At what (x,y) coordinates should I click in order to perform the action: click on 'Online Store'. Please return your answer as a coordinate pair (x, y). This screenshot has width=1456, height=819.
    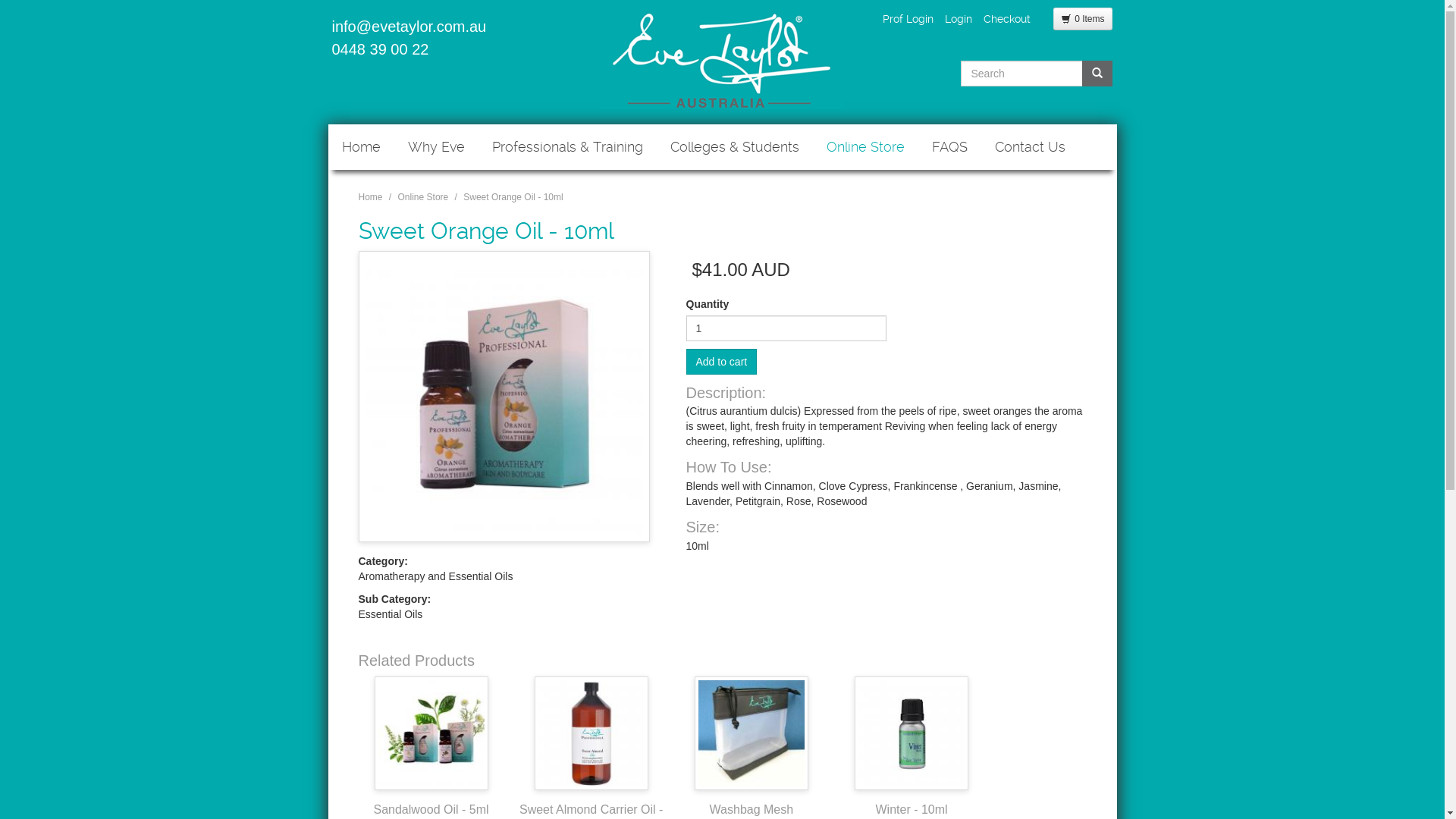
    Looking at the image, I should click on (397, 196).